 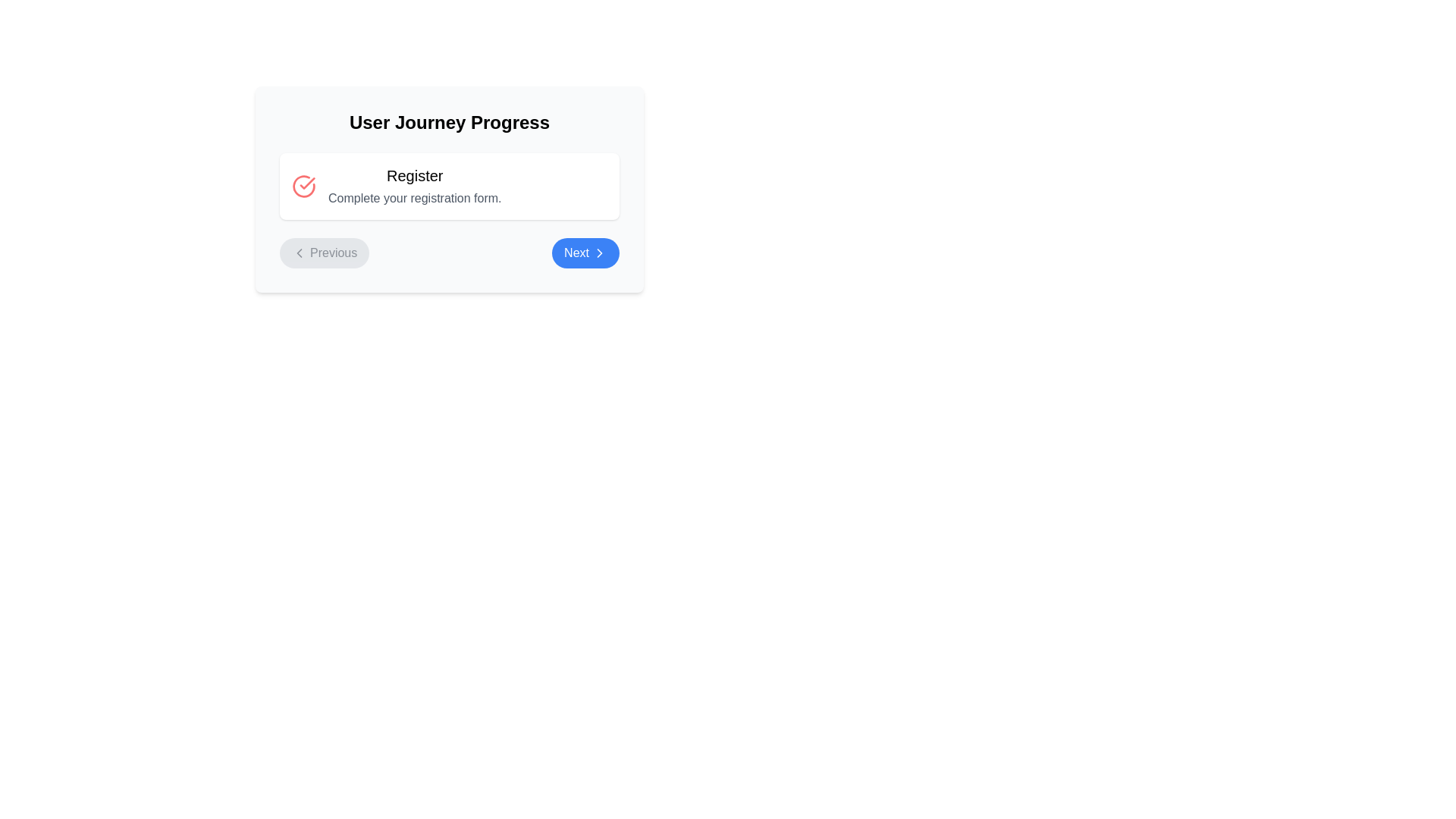 What do you see at coordinates (299, 253) in the screenshot?
I see `the left-facing arrow icon within the 'Previous' button as an indicator` at bounding box center [299, 253].